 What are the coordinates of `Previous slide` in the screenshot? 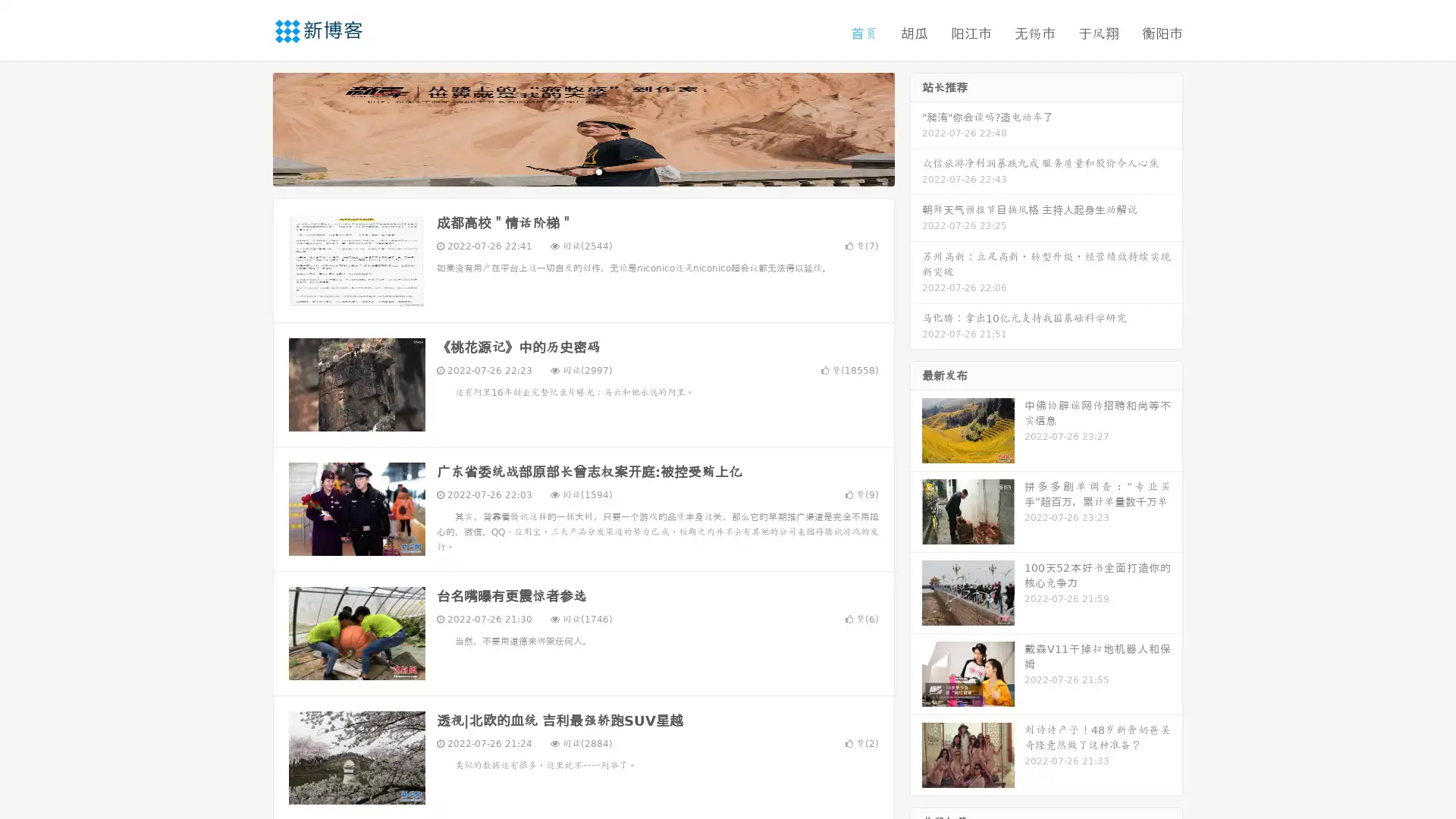 It's located at (250, 127).